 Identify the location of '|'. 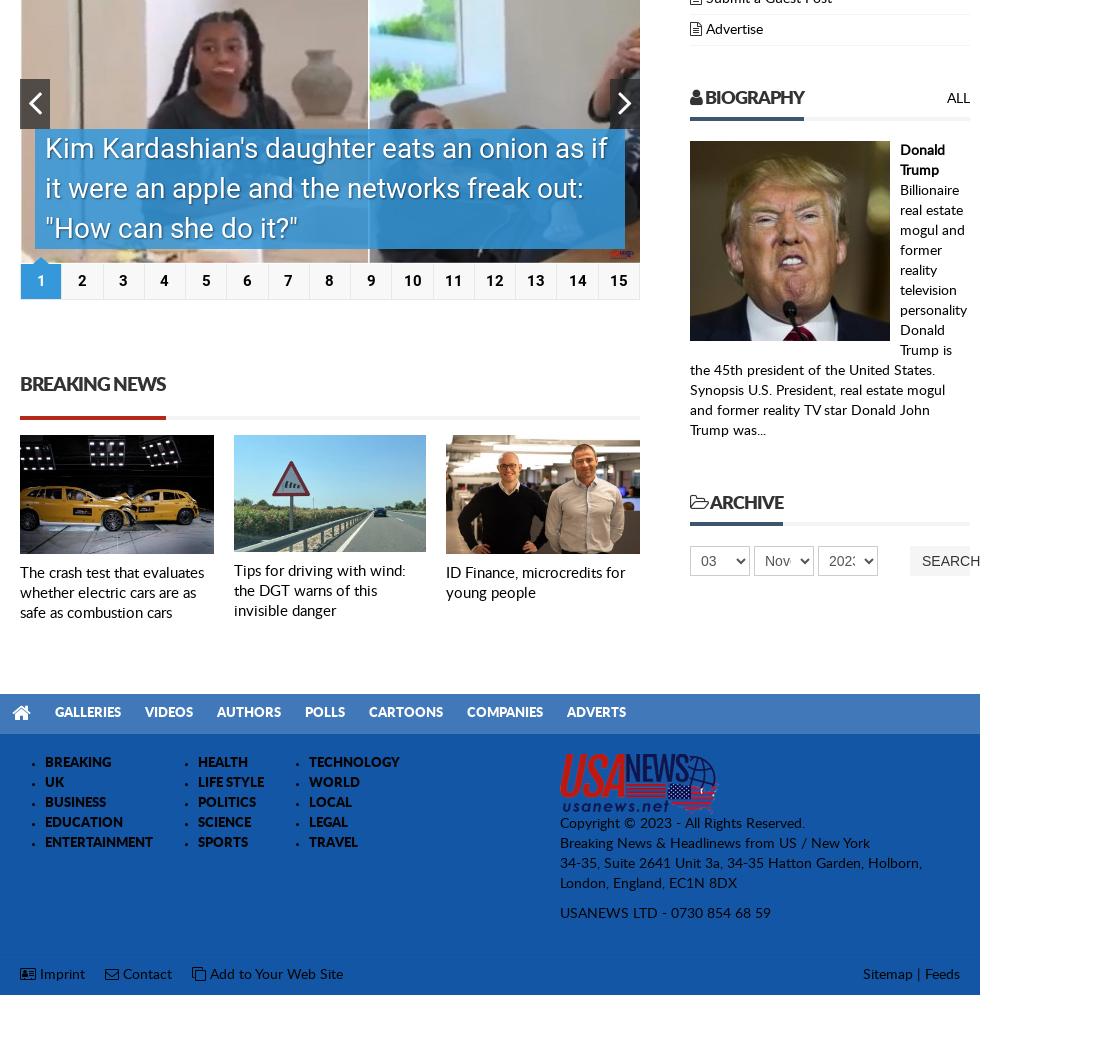
(918, 973).